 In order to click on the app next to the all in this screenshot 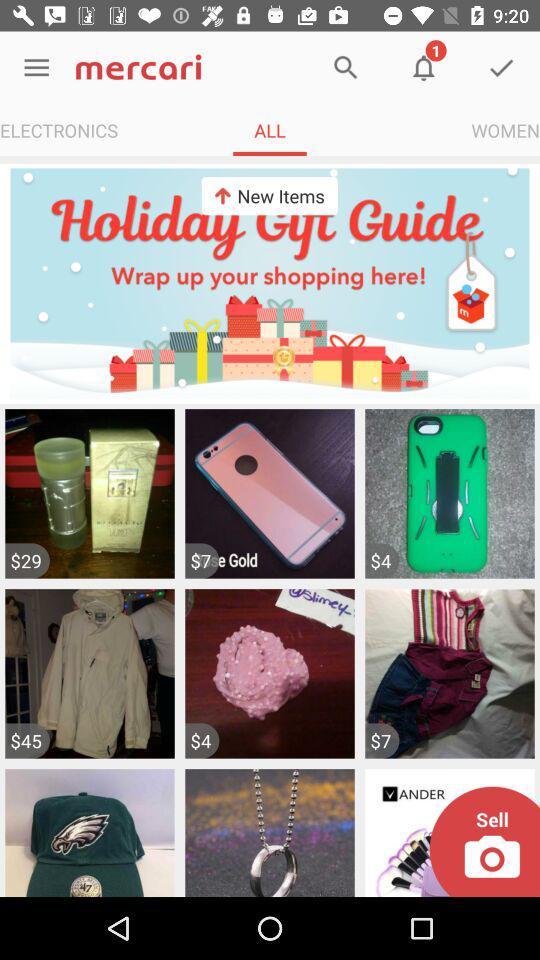, I will do `click(59, 129)`.